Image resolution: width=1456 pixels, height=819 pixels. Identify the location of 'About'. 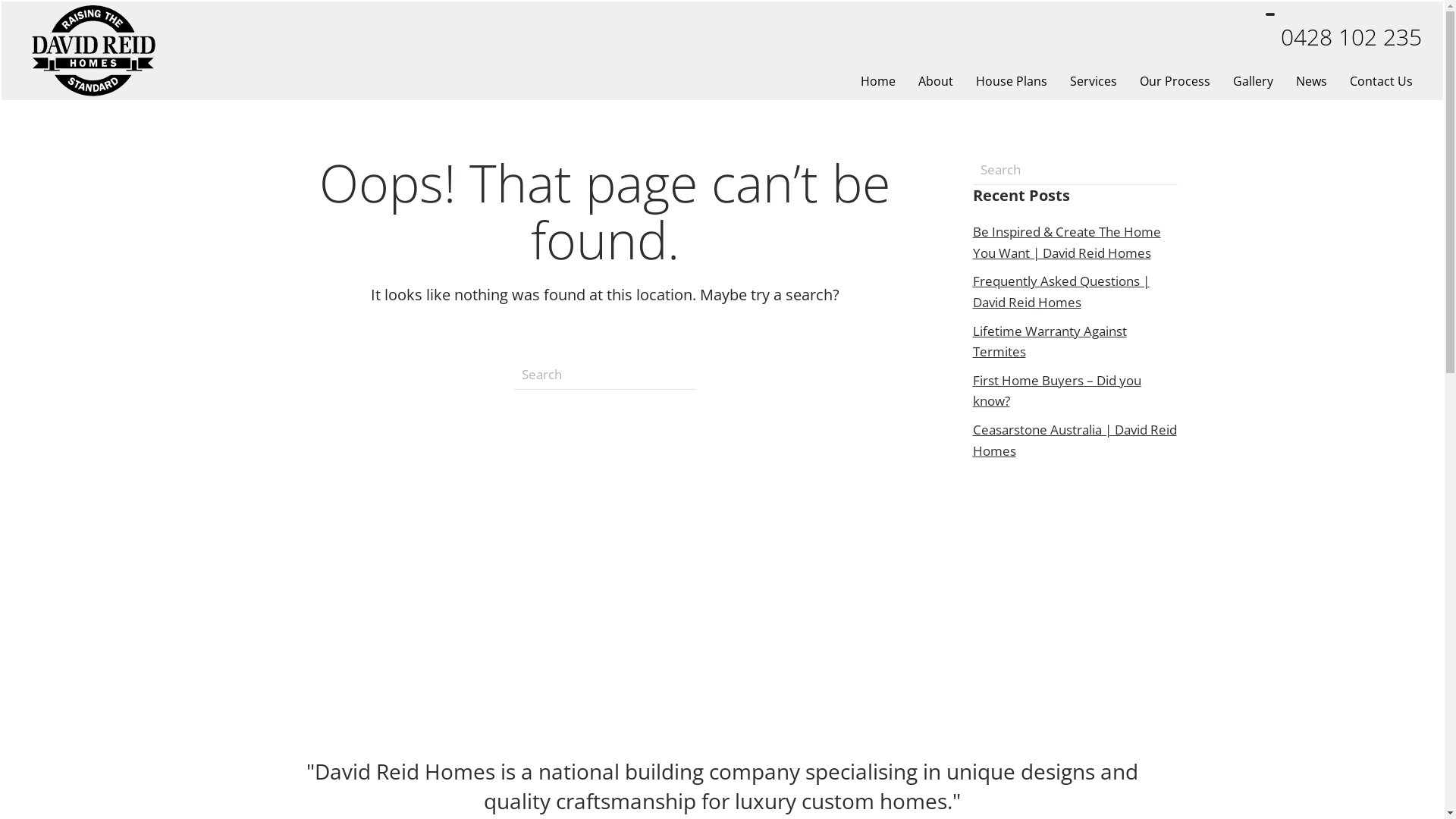
(917, 81).